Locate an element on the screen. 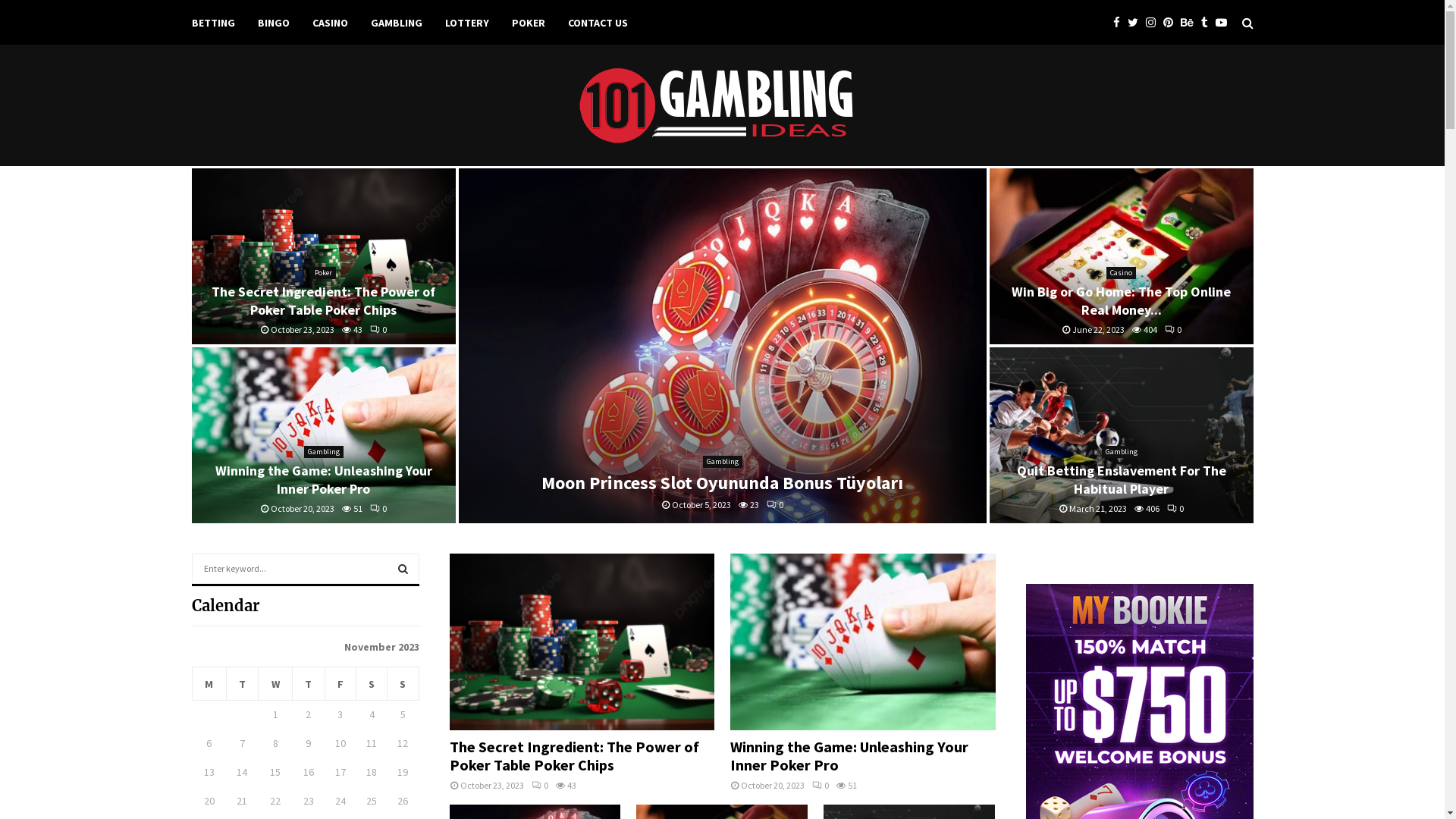 The height and width of the screenshot is (819, 1456). 'GAMBLING' is located at coordinates (396, 23).